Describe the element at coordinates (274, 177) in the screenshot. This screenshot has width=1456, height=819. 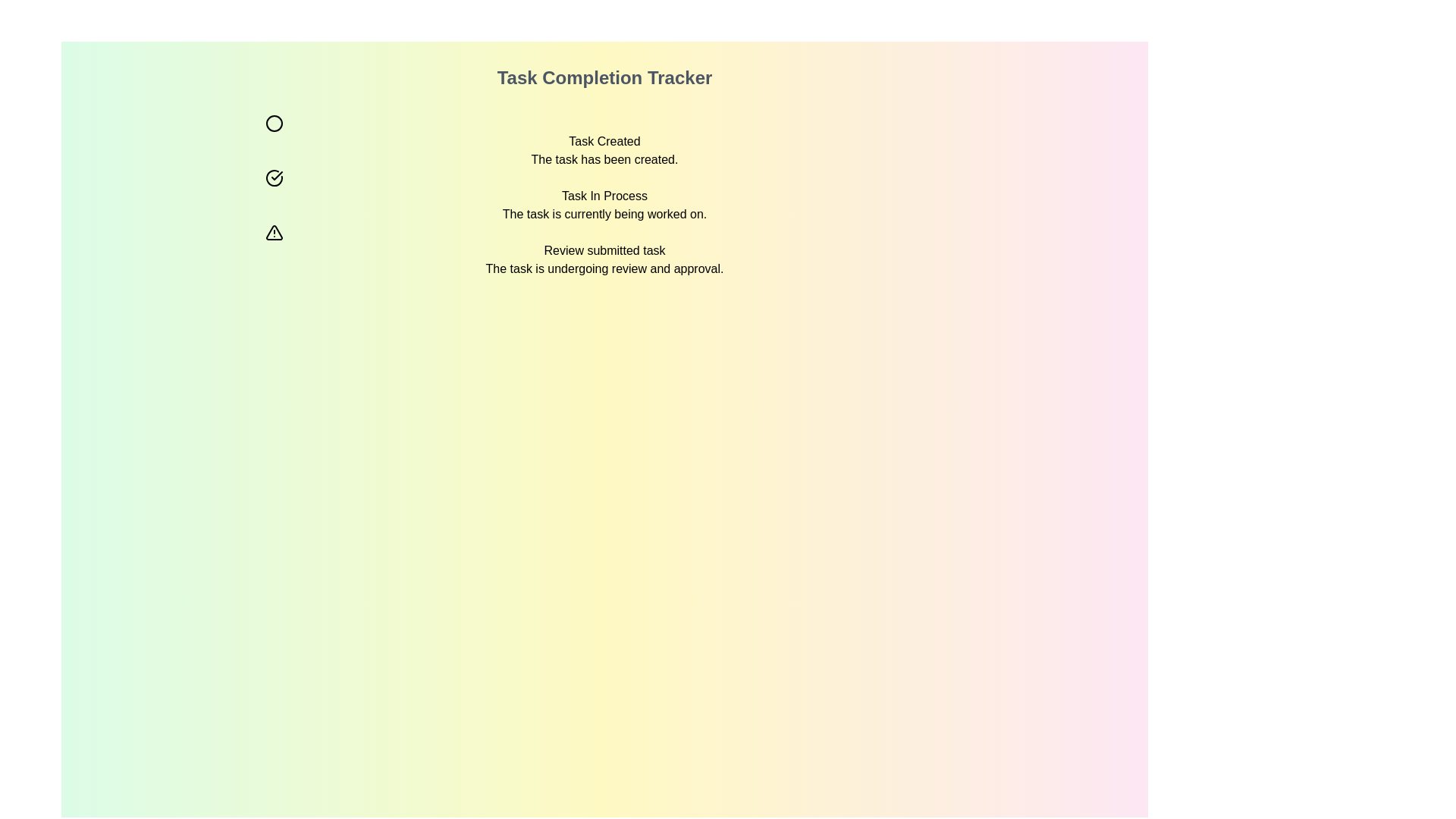
I see `the status check circle icon, which is the second icon in a vertical group of three, located to the left of the text 'Task In Process The task is currently being worked on.'` at that location.